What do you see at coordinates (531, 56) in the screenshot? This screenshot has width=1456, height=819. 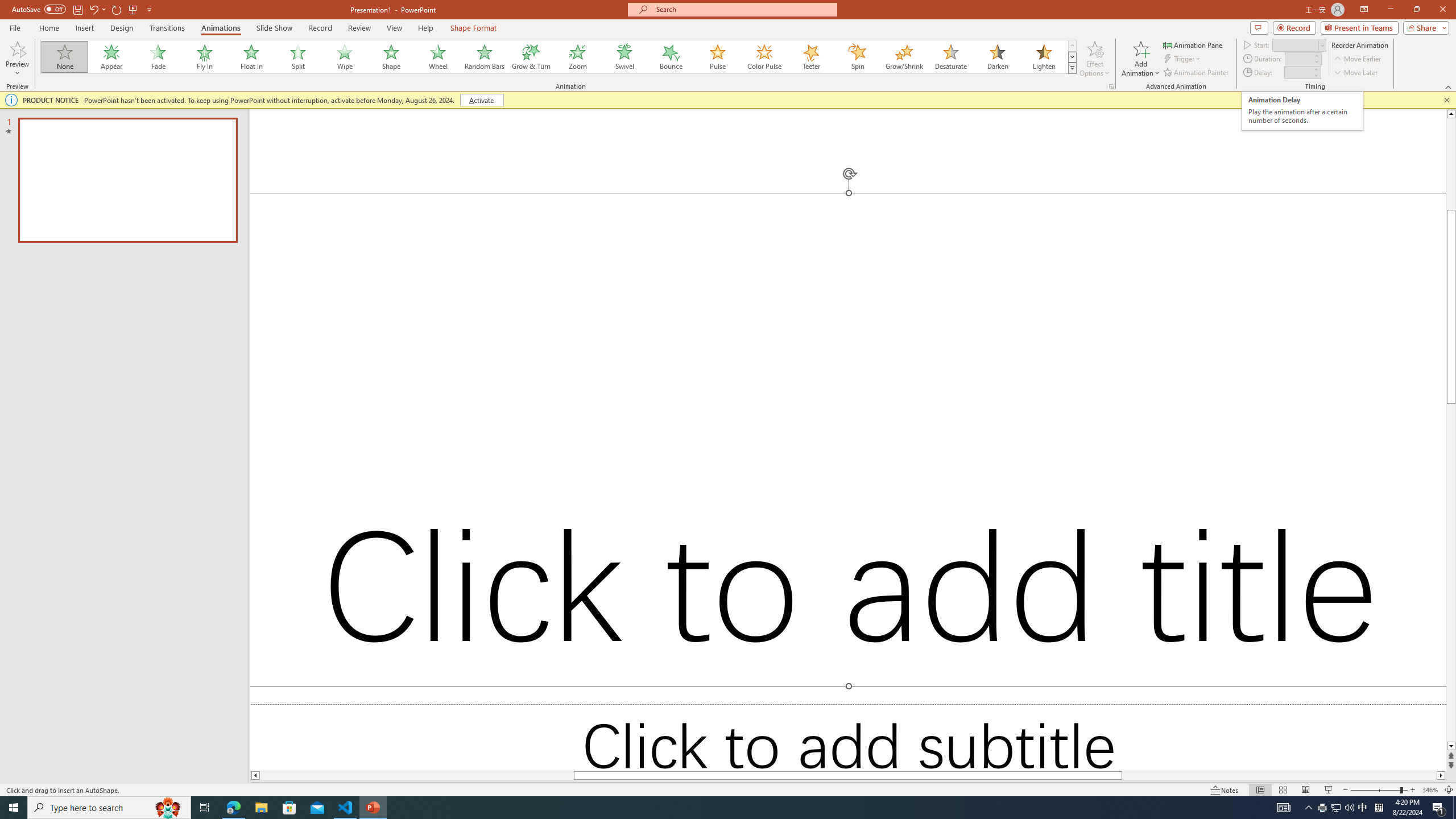 I see `'Grow & Turn'` at bounding box center [531, 56].